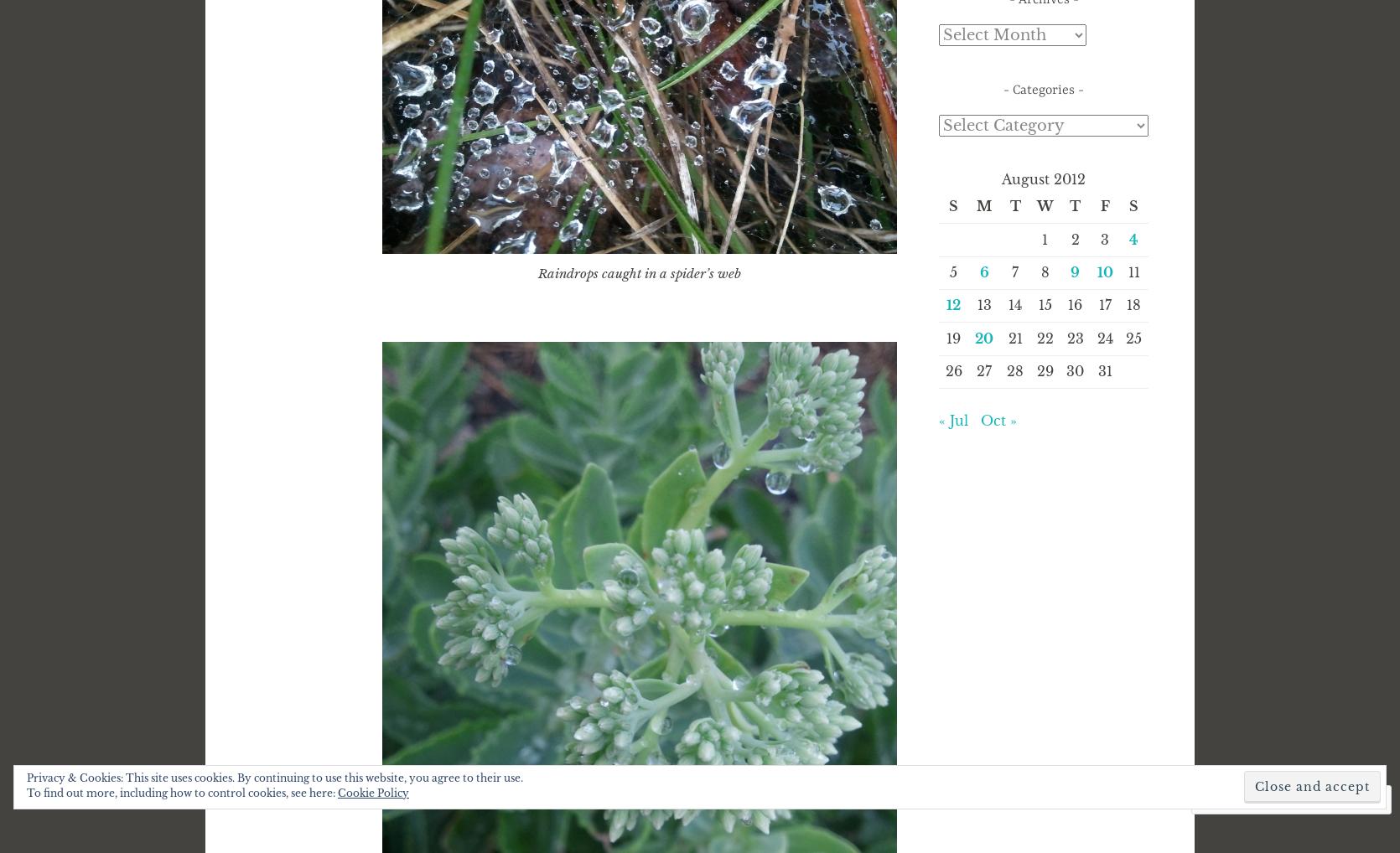 This screenshot has width=1400, height=853. What do you see at coordinates (1014, 305) in the screenshot?
I see `'14'` at bounding box center [1014, 305].